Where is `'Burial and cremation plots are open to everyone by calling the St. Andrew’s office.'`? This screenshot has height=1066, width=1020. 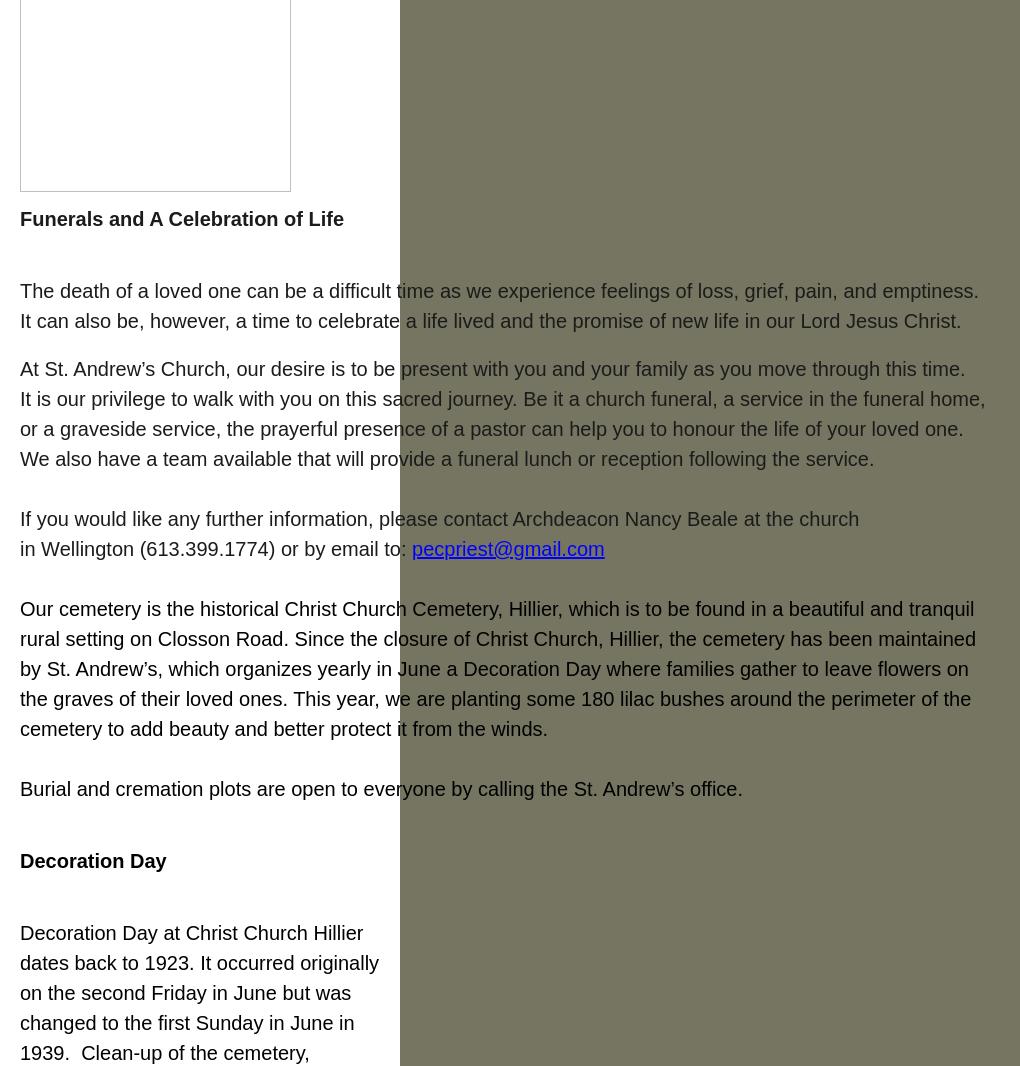 'Burial and cremation plots are open to everyone by calling the St. Andrew’s office.' is located at coordinates (380, 788).